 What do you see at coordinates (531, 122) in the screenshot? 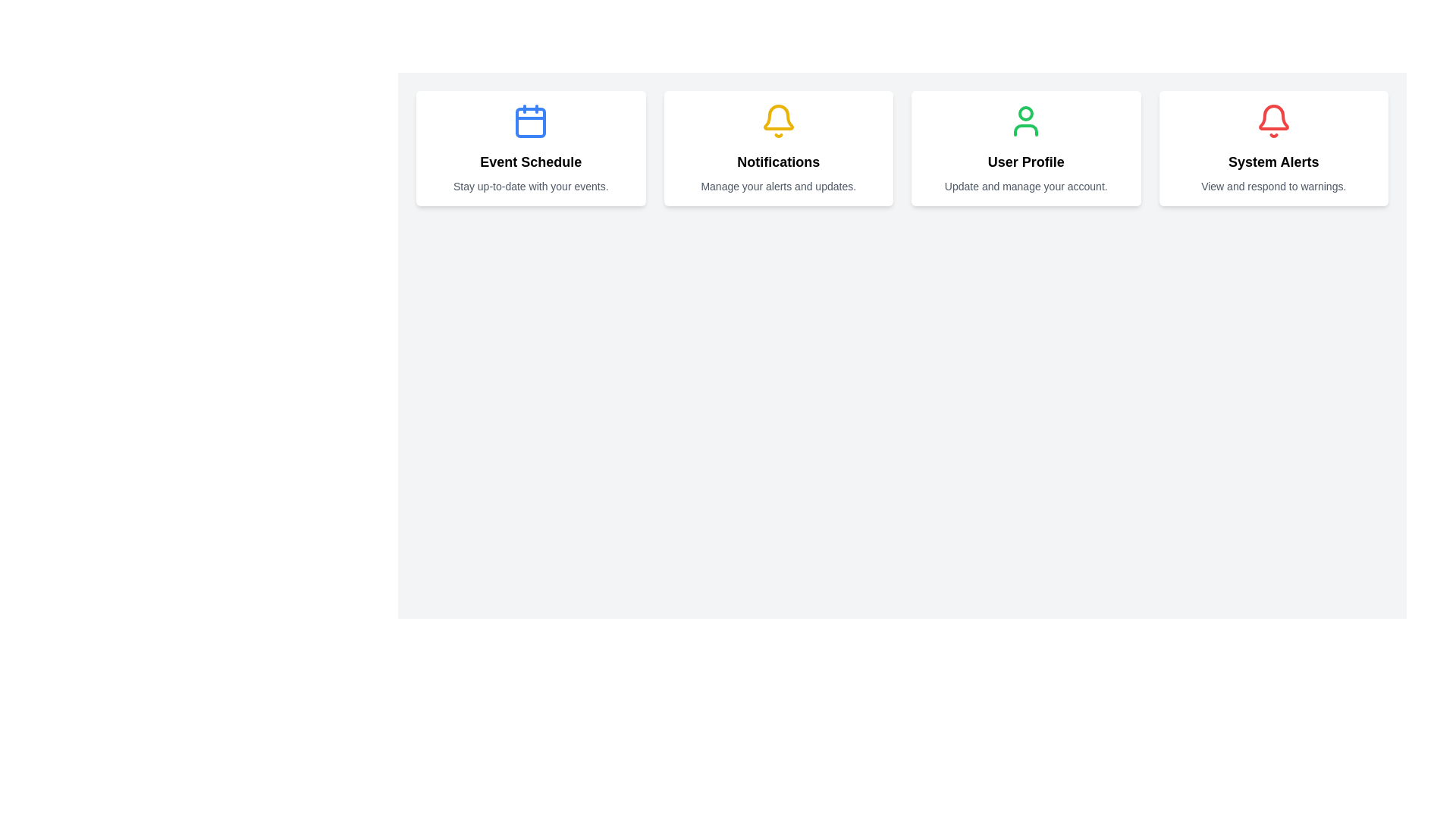
I see `the calendar block SVG rectangle in the 'Event Schedule' interface, located in the first row, first column of the grid layout` at bounding box center [531, 122].